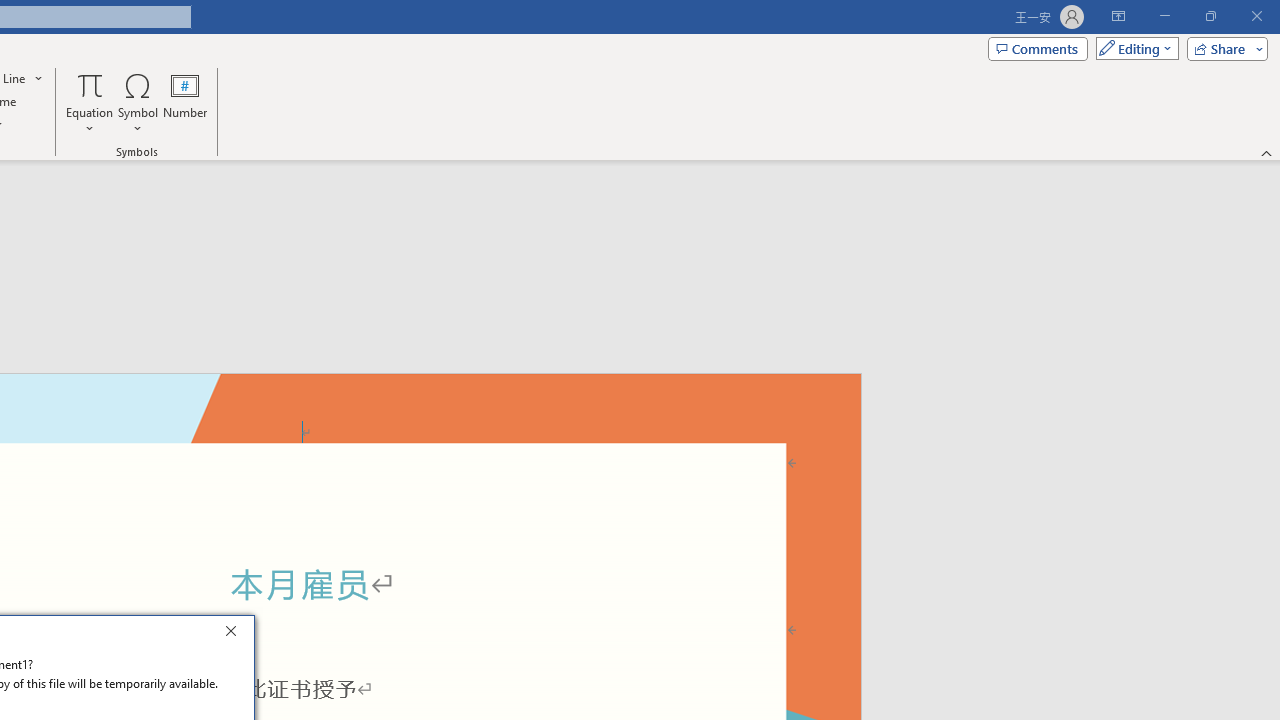  What do you see at coordinates (89, 103) in the screenshot?
I see `'Equation'` at bounding box center [89, 103].